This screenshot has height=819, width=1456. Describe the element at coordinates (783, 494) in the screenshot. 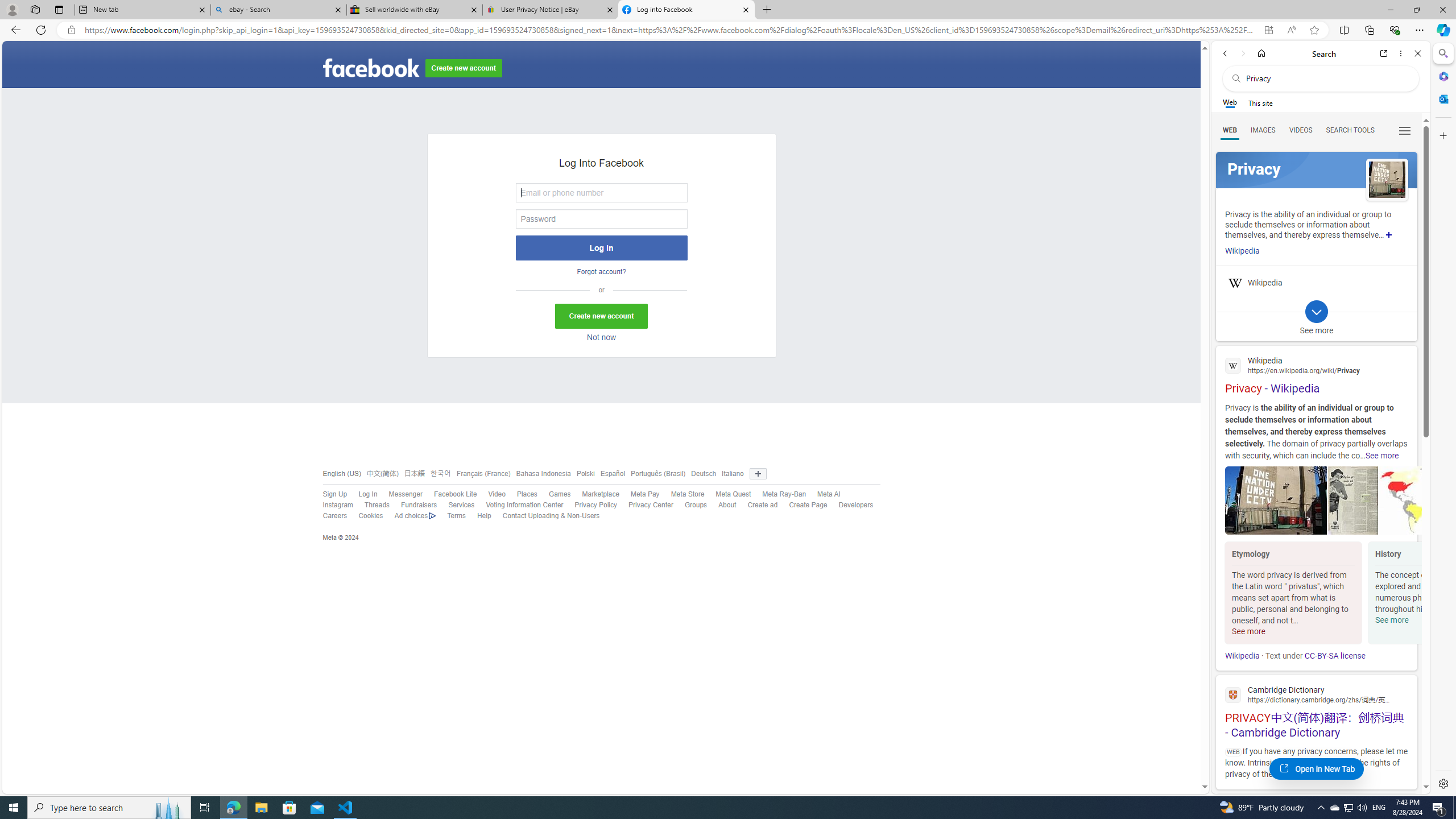

I see `'Meta Ray-Ban'` at that location.